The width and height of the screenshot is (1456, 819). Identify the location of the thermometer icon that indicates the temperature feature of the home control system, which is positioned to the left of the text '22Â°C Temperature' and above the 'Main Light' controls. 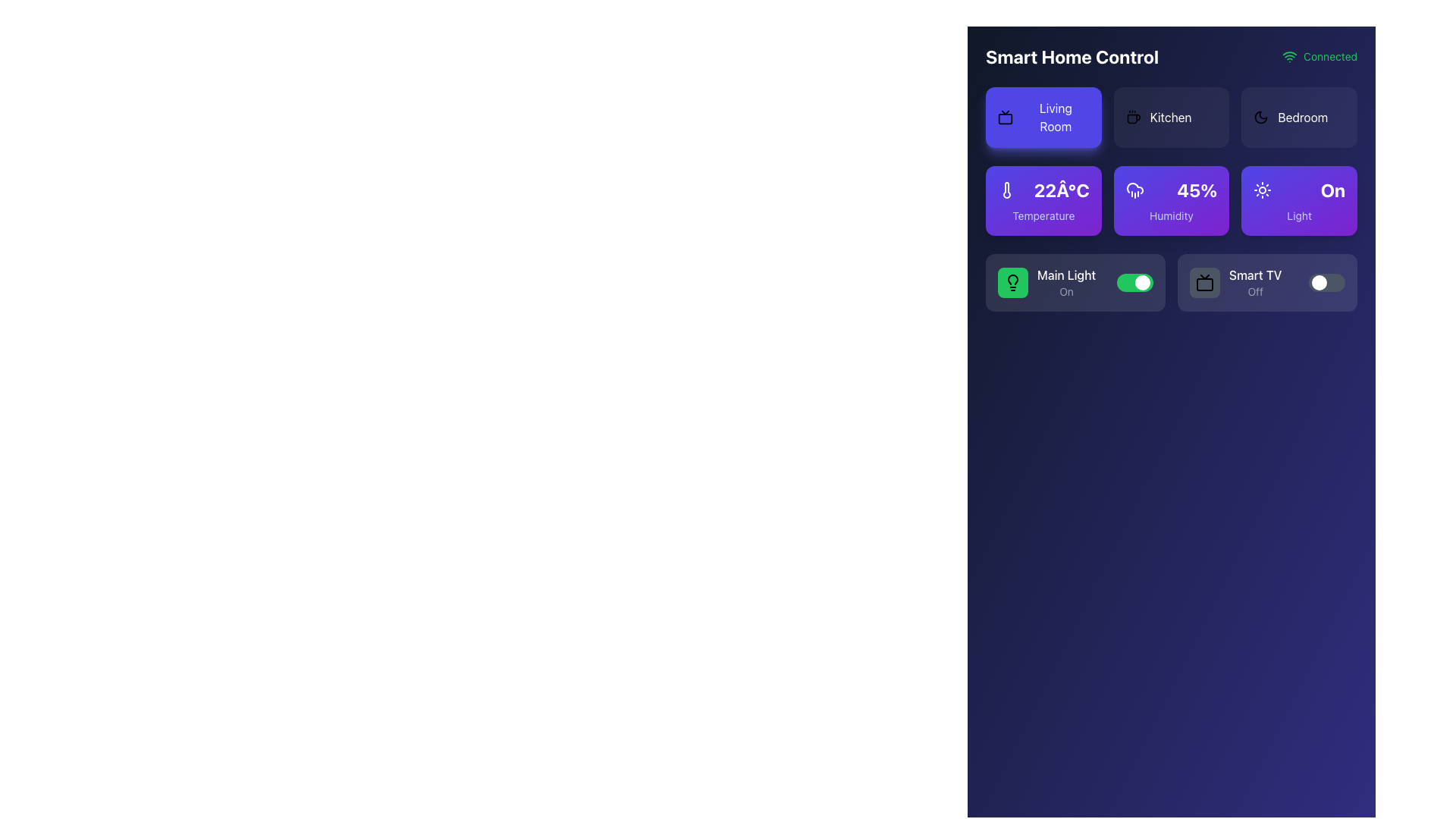
(1007, 189).